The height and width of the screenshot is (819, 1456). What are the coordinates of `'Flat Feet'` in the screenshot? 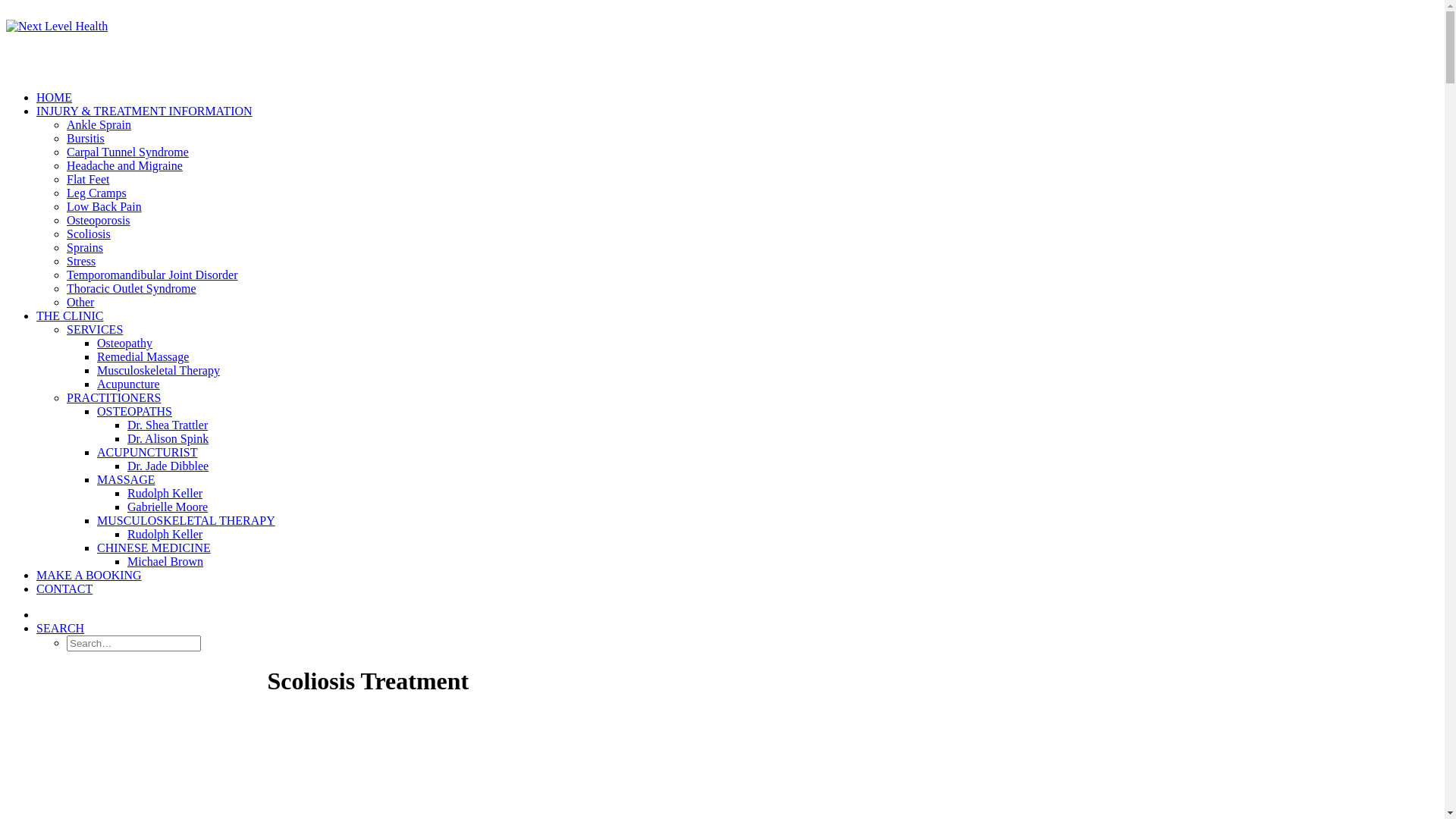 It's located at (86, 178).